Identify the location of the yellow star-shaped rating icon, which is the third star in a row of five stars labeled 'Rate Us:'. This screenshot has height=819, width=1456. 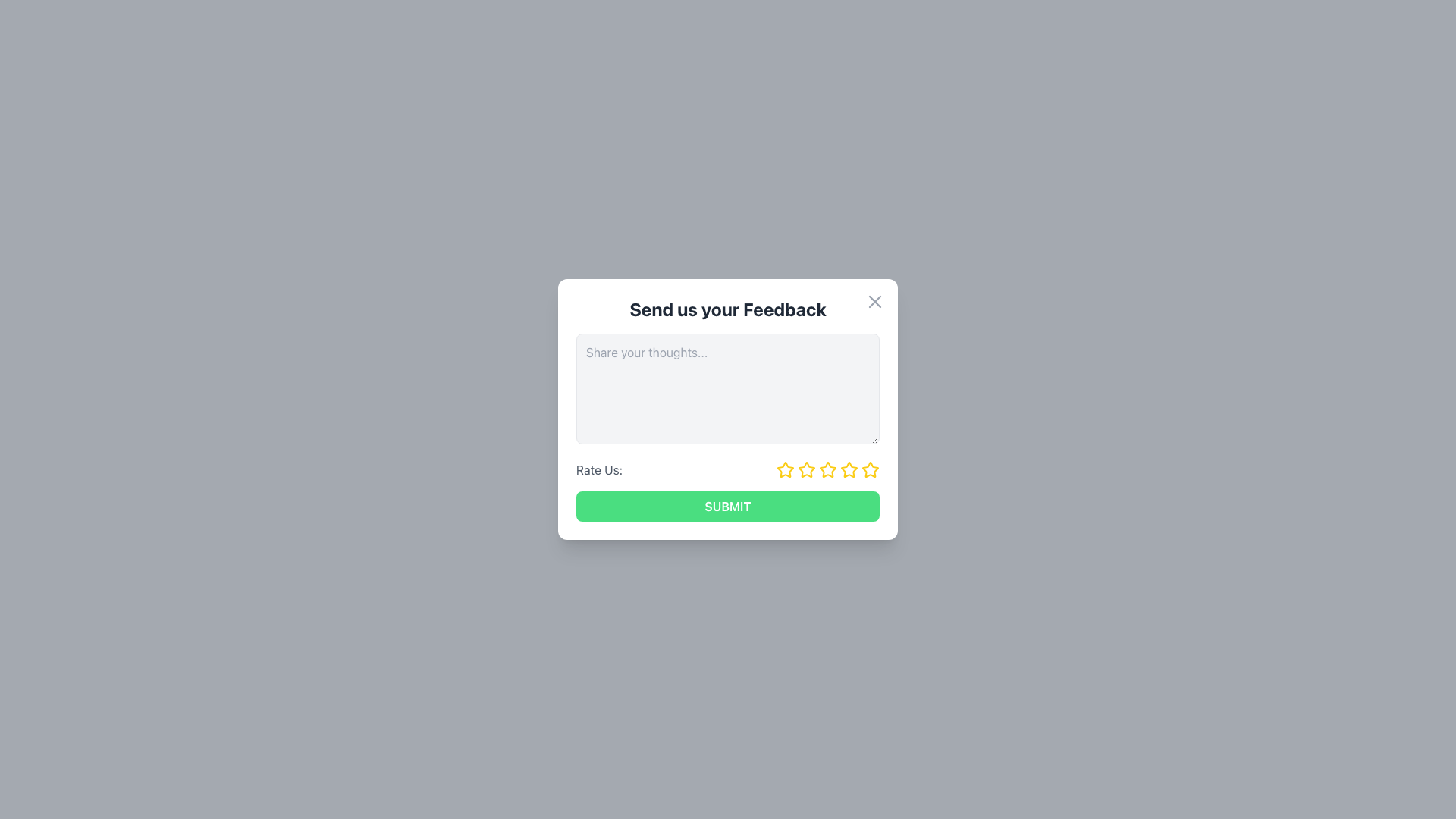
(827, 469).